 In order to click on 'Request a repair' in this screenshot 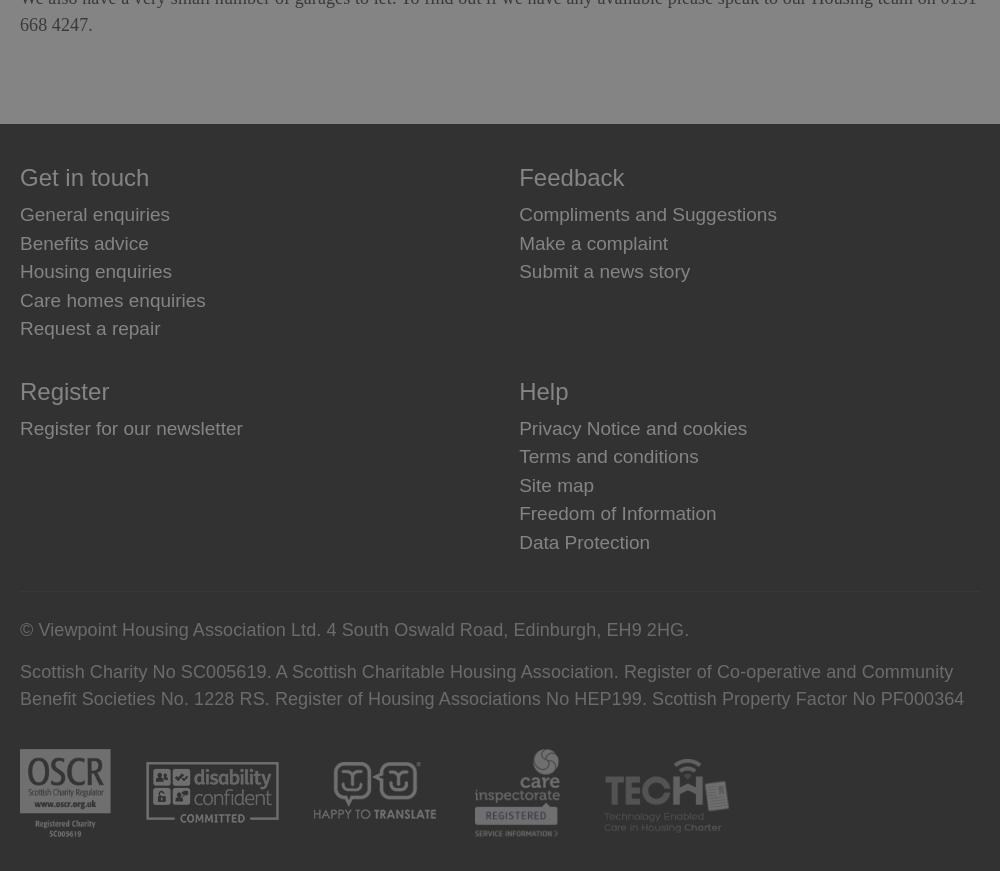, I will do `click(20, 327)`.